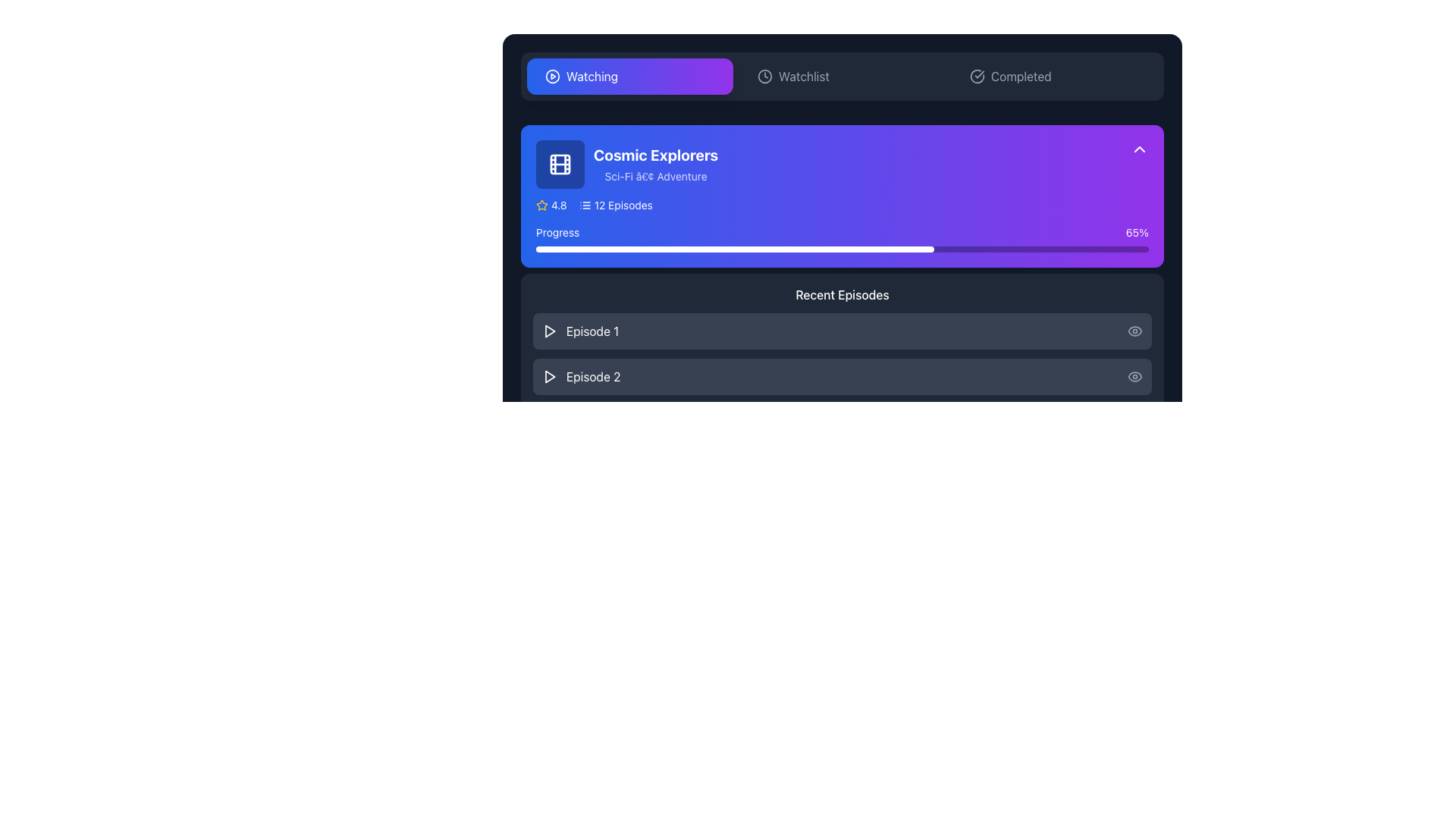 The image size is (1456, 819). Describe the element at coordinates (1056, 248) in the screenshot. I see `progress bar` at that location.